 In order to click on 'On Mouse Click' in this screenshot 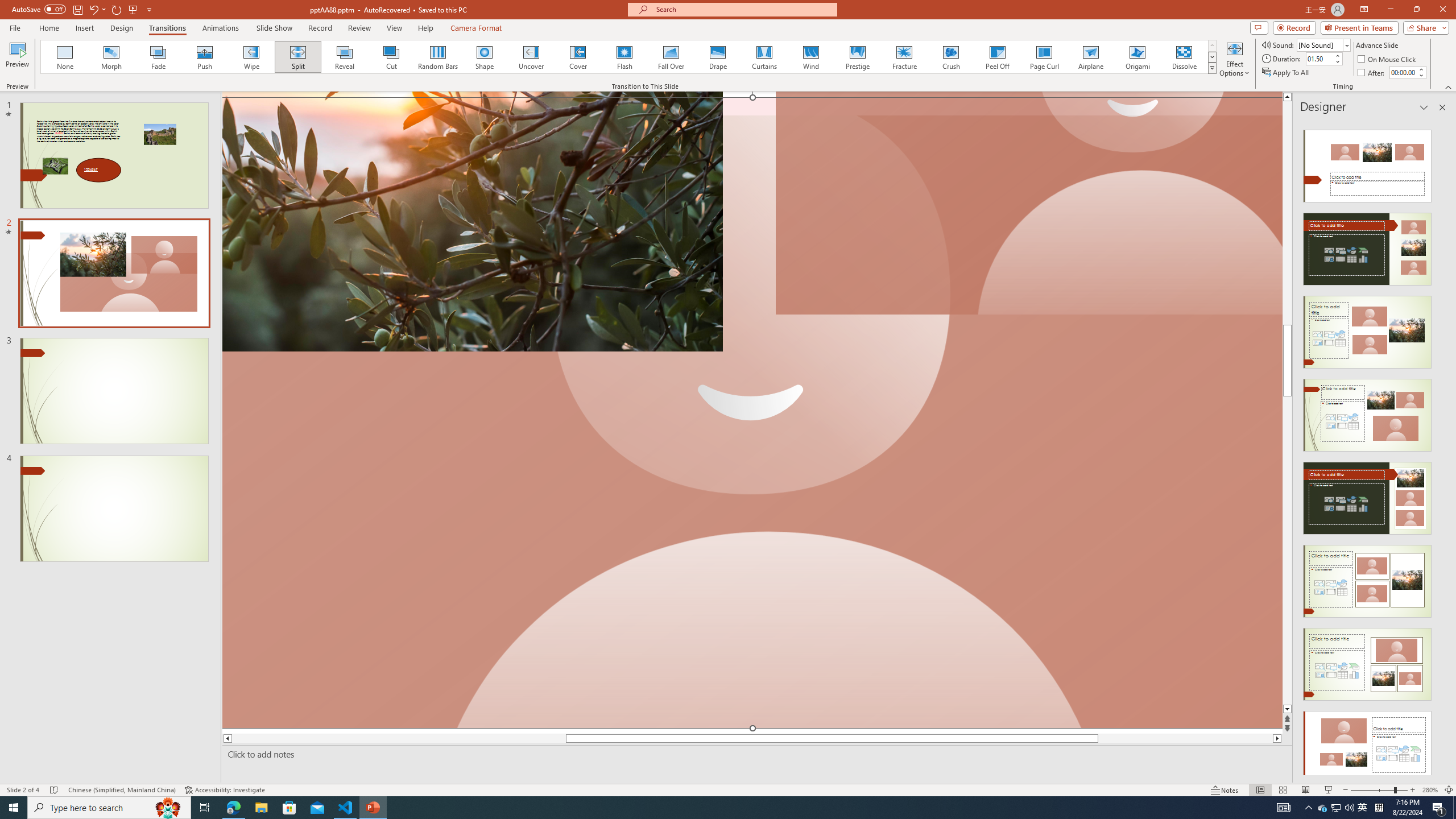, I will do `click(1387, 59)`.